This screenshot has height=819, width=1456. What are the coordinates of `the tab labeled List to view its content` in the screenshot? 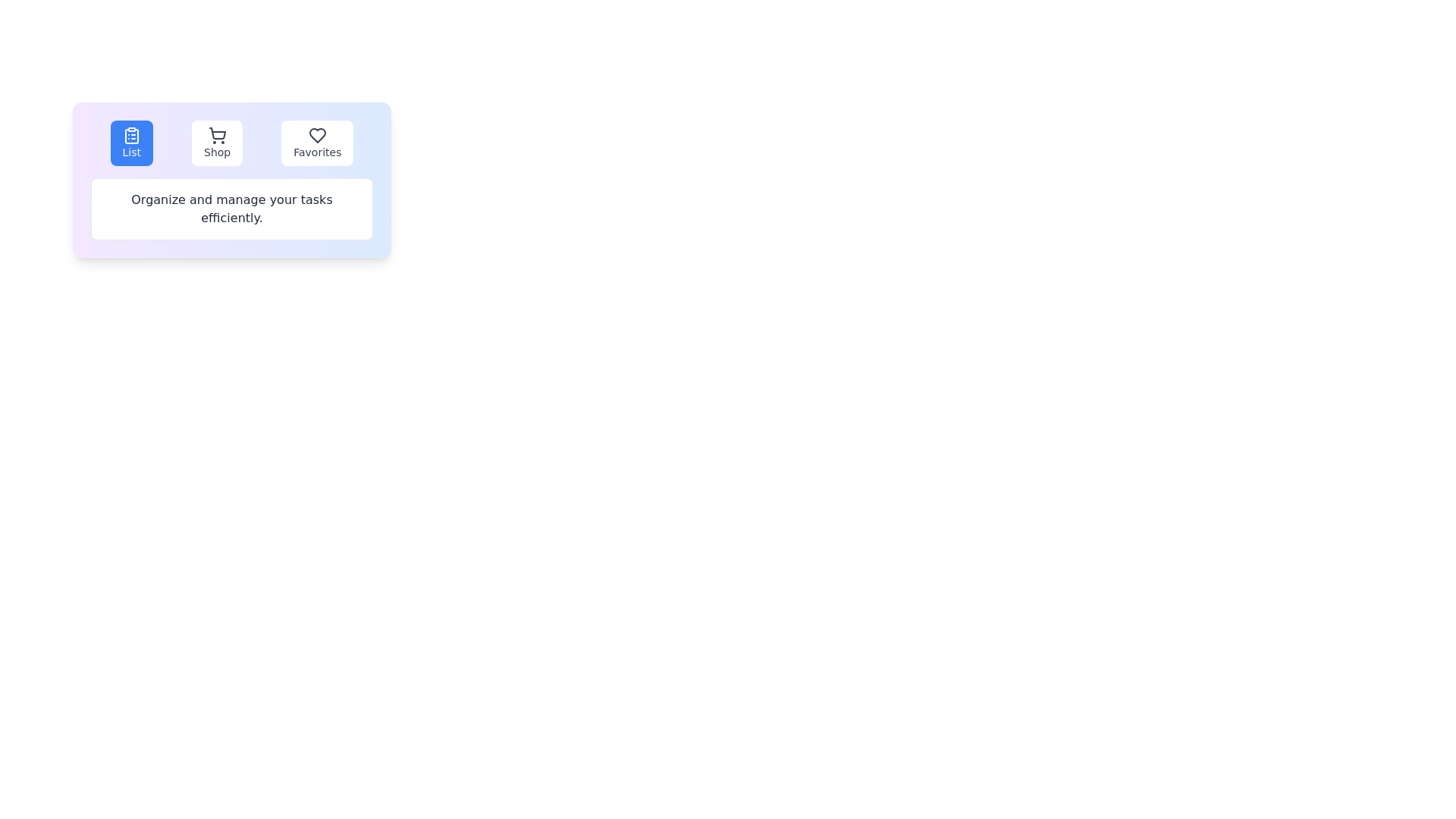 It's located at (131, 143).